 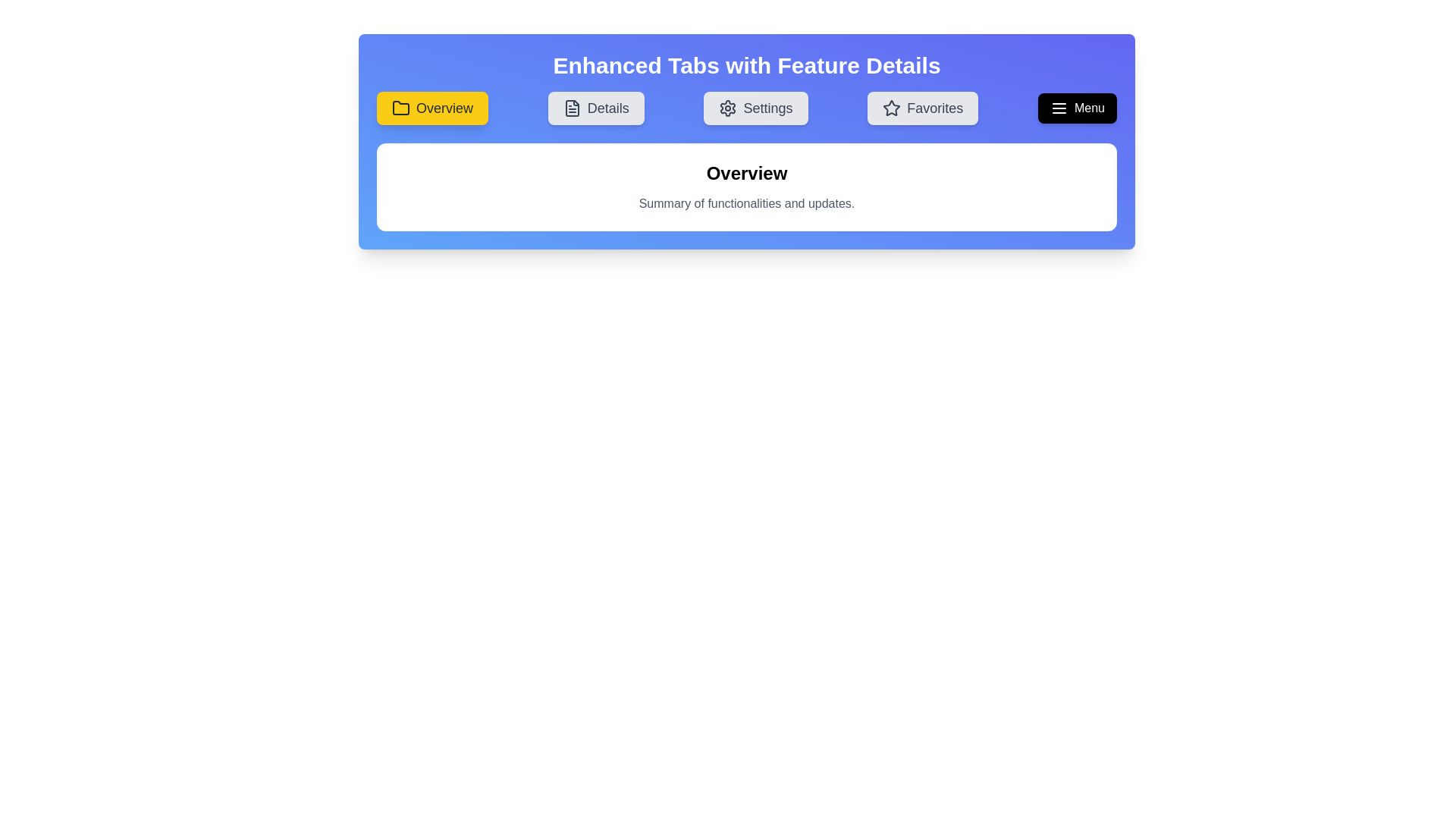 I want to click on the 'Menu' button, which is a rectangular button with rounded corners, black background, and white text, located at the top-right of the navigation bar, so click(x=1076, y=107).